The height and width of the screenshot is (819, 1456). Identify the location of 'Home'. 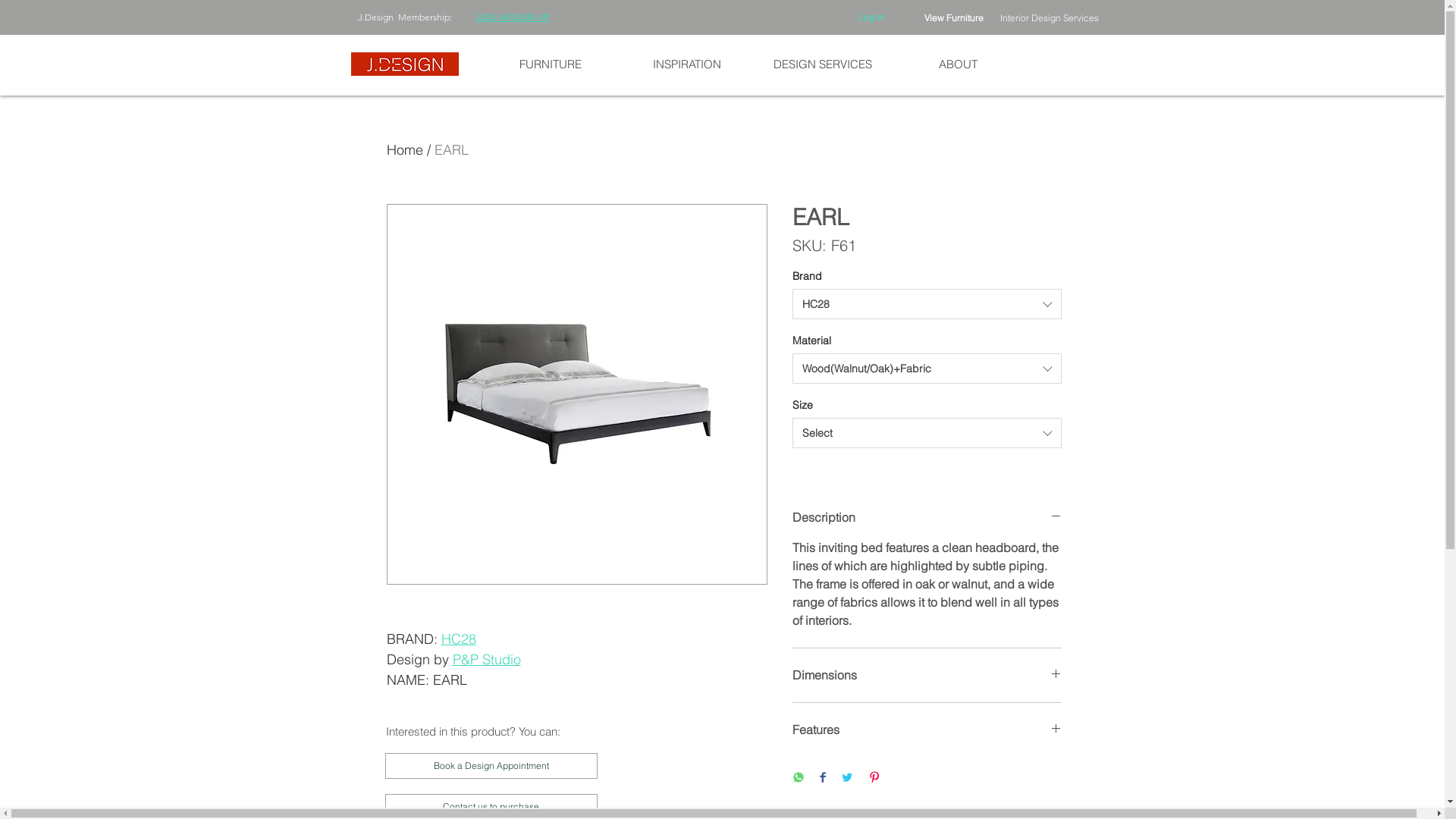
(404, 149).